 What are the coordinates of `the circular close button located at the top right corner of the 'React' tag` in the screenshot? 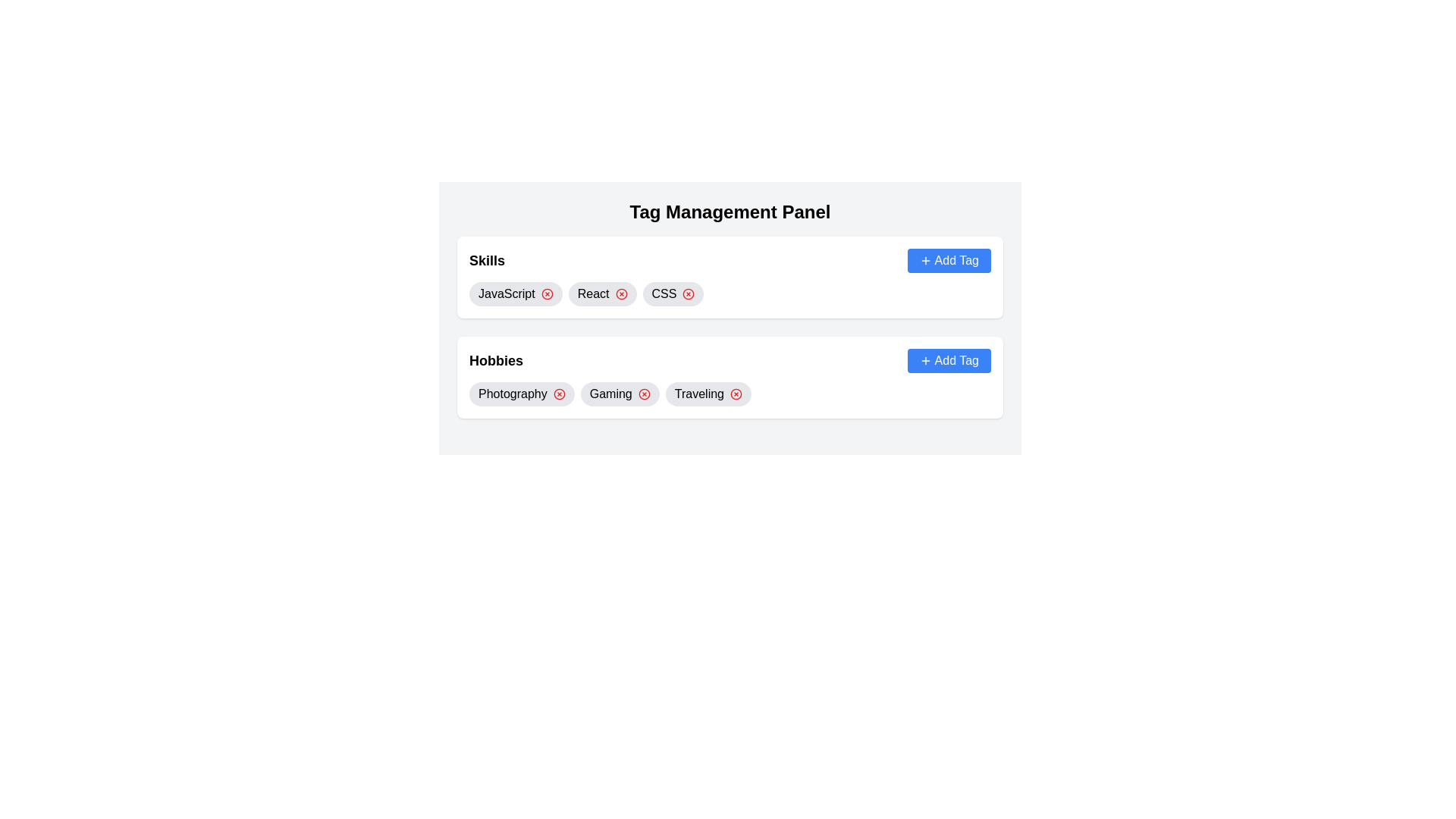 It's located at (621, 294).